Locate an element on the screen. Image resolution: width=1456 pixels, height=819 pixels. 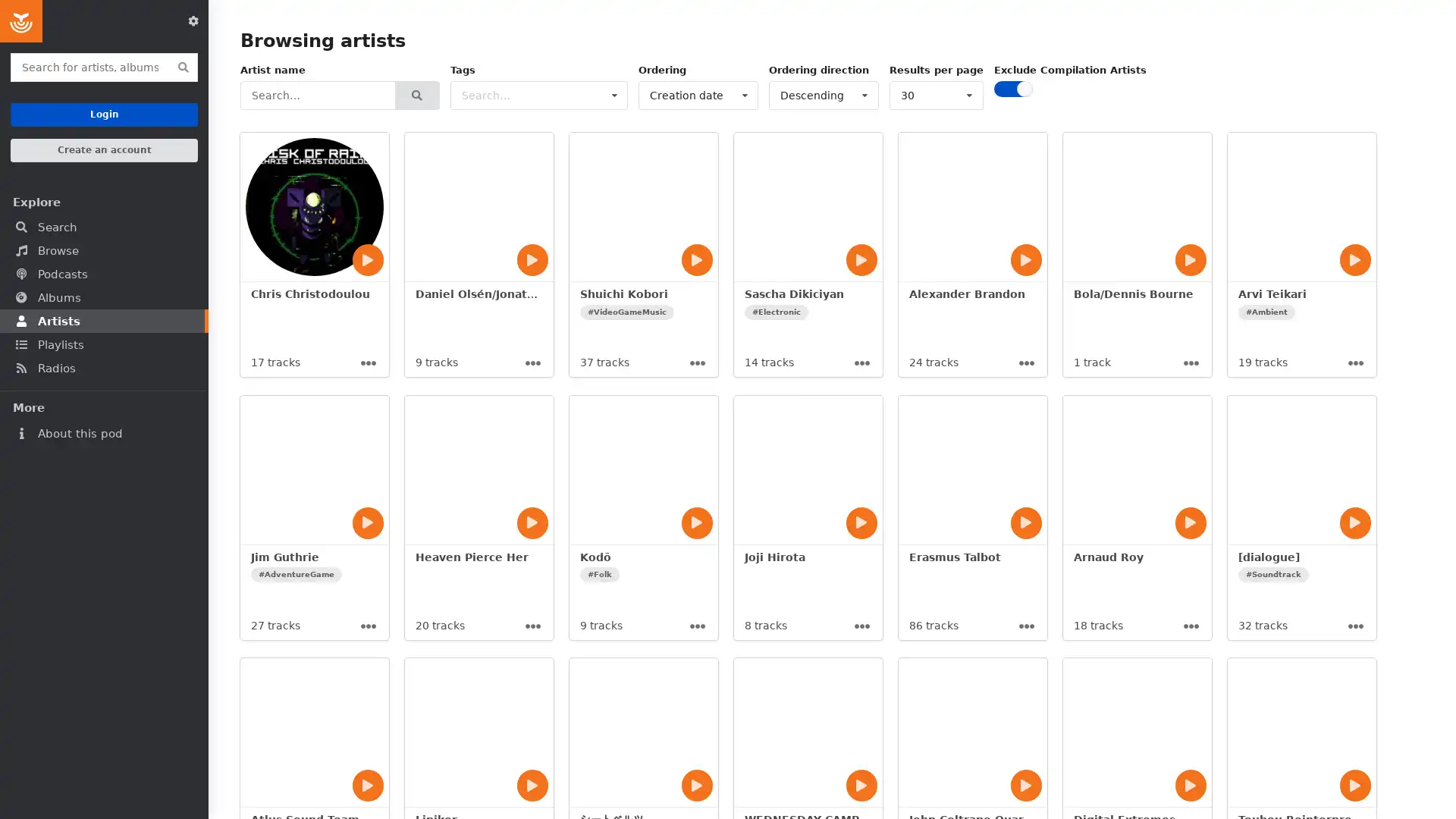
Play artist is located at coordinates (532, 785).